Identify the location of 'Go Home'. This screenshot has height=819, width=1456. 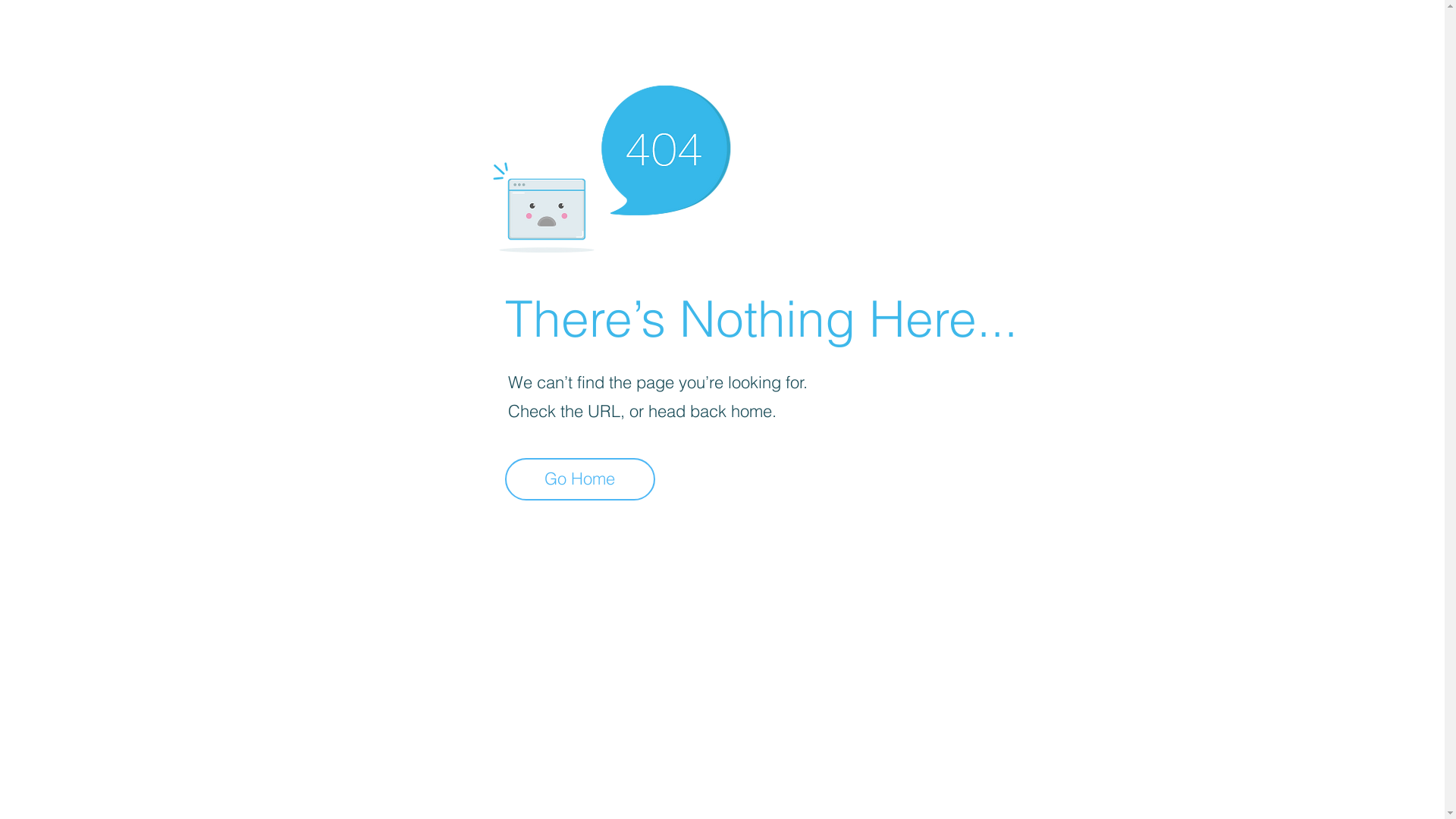
(579, 479).